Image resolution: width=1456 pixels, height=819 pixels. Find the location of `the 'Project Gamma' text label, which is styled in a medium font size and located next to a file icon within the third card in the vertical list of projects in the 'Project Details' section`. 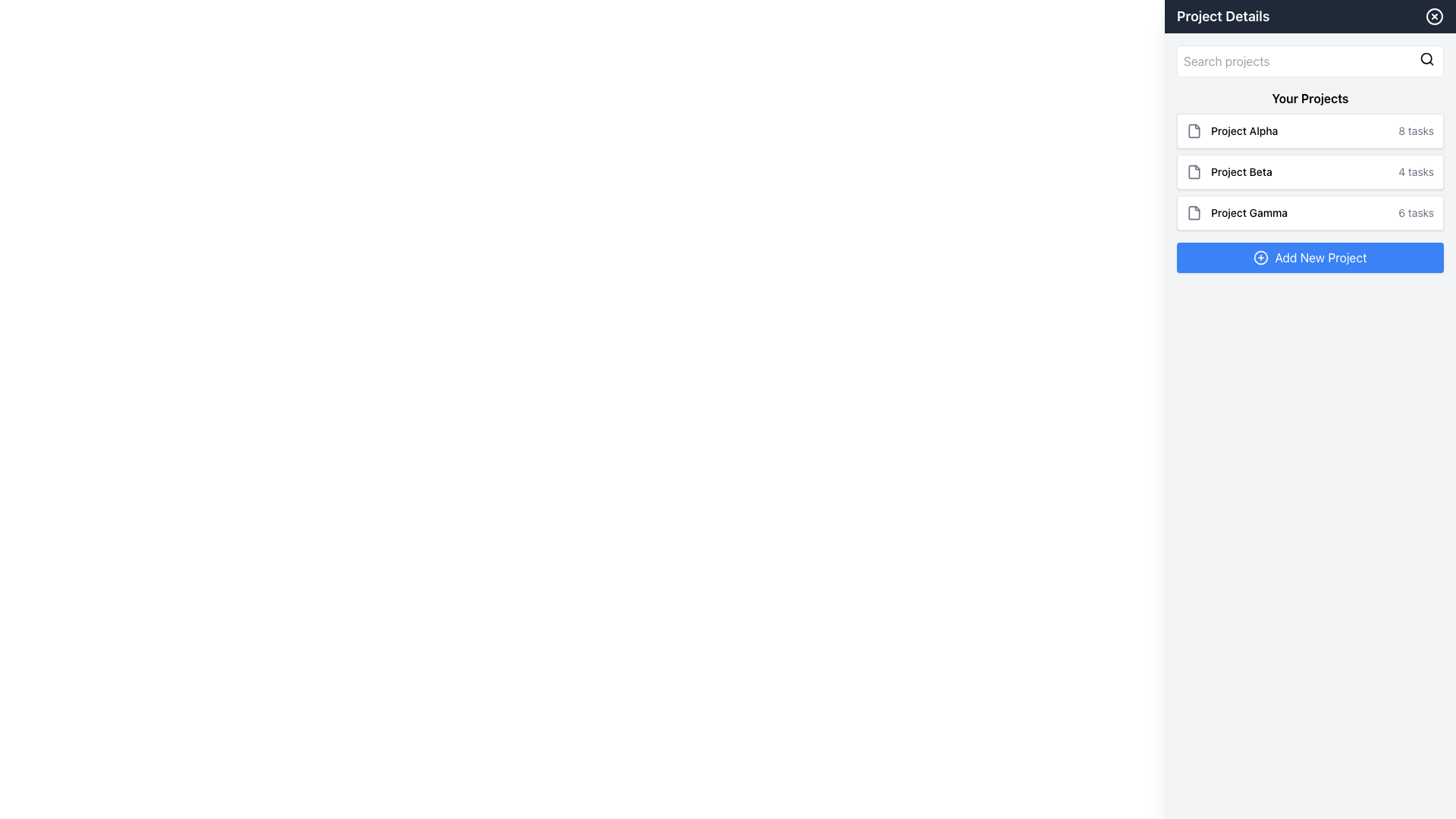

the 'Project Gamma' text label, which is styled in a medium font size and located next to a file icon within the third card in the vertical list of projects in the 'Project Details' section is located at coordinates (1237, 213).